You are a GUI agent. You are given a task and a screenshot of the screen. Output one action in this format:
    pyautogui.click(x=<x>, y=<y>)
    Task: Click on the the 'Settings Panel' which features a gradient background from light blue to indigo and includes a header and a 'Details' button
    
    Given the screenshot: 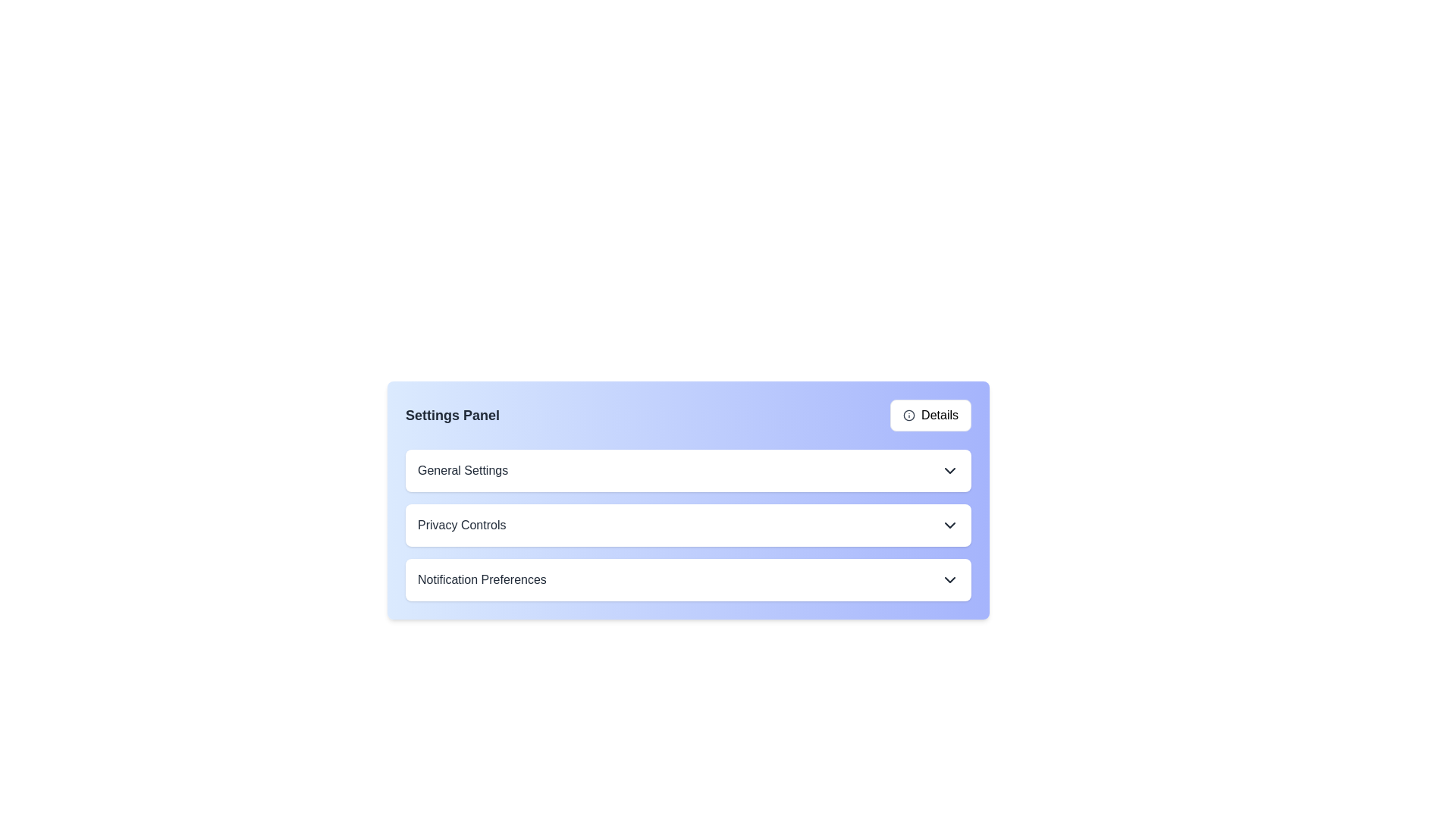 What is the action you would take?
    pyautogui.click(x=687, y=500)
    